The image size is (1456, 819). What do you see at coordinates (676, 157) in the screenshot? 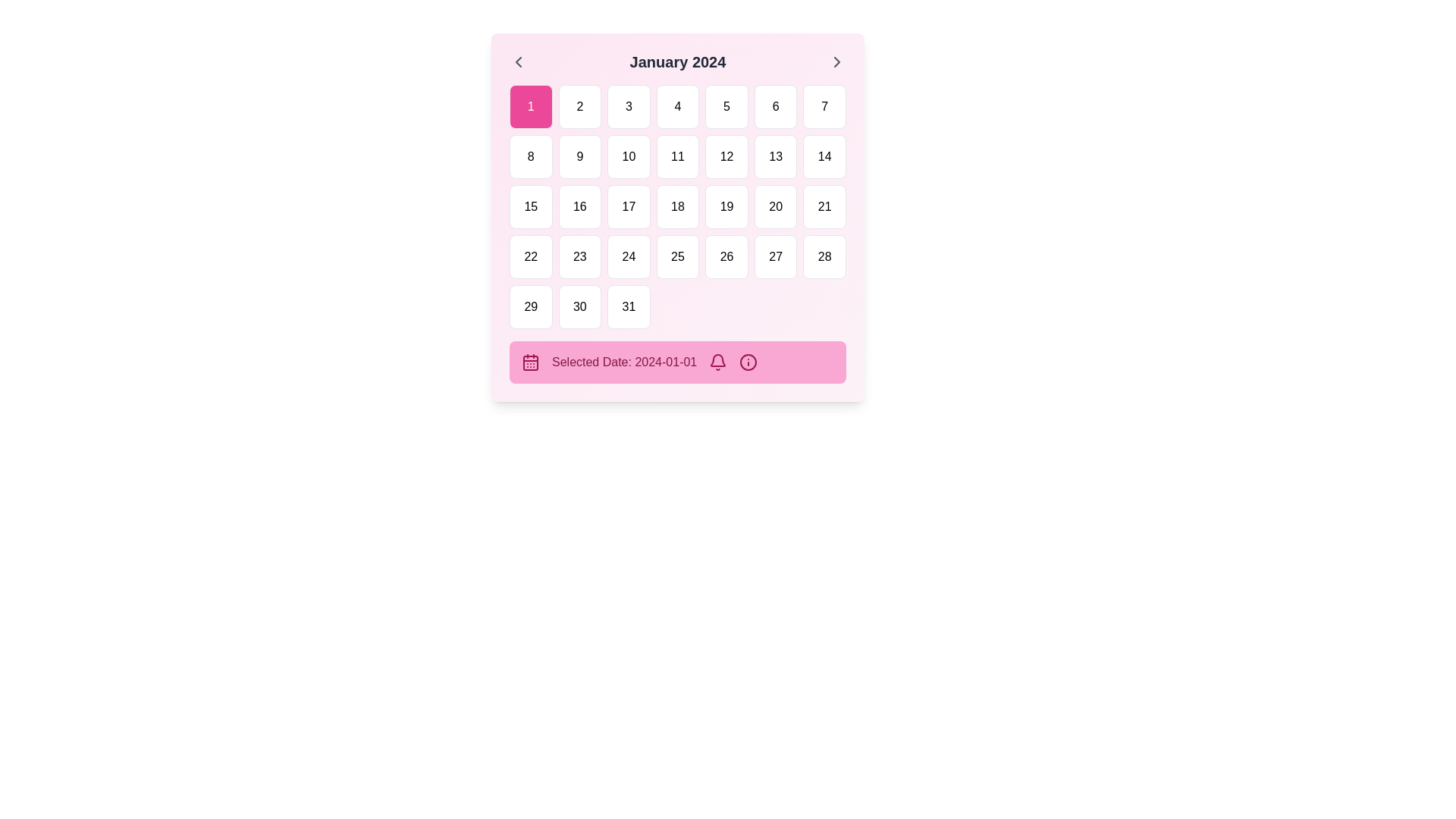
I see `the button displaying '11'` at bounding box center [676, 157].